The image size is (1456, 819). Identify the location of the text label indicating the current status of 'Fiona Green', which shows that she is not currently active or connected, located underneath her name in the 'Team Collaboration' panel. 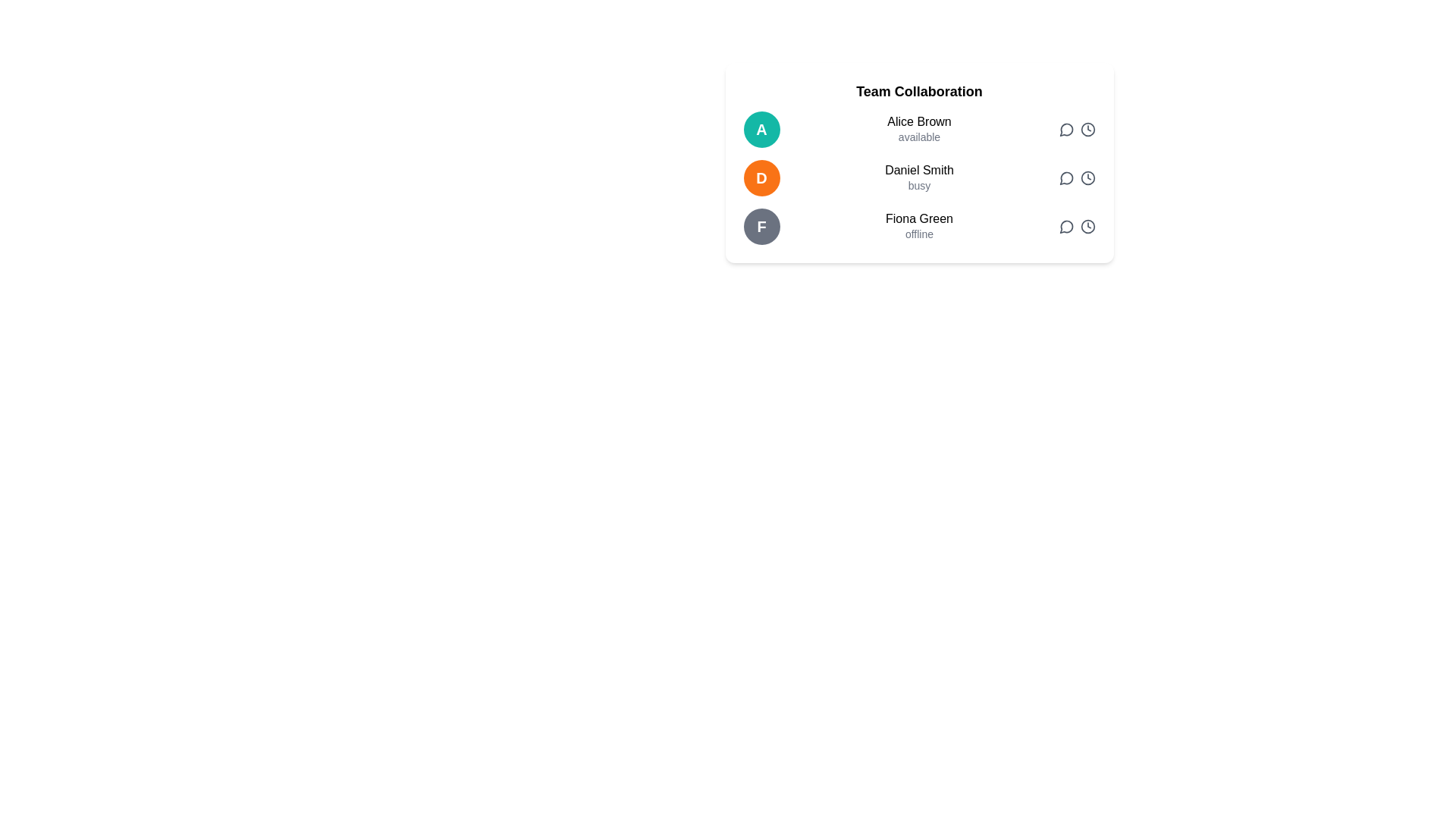
(918, 234).